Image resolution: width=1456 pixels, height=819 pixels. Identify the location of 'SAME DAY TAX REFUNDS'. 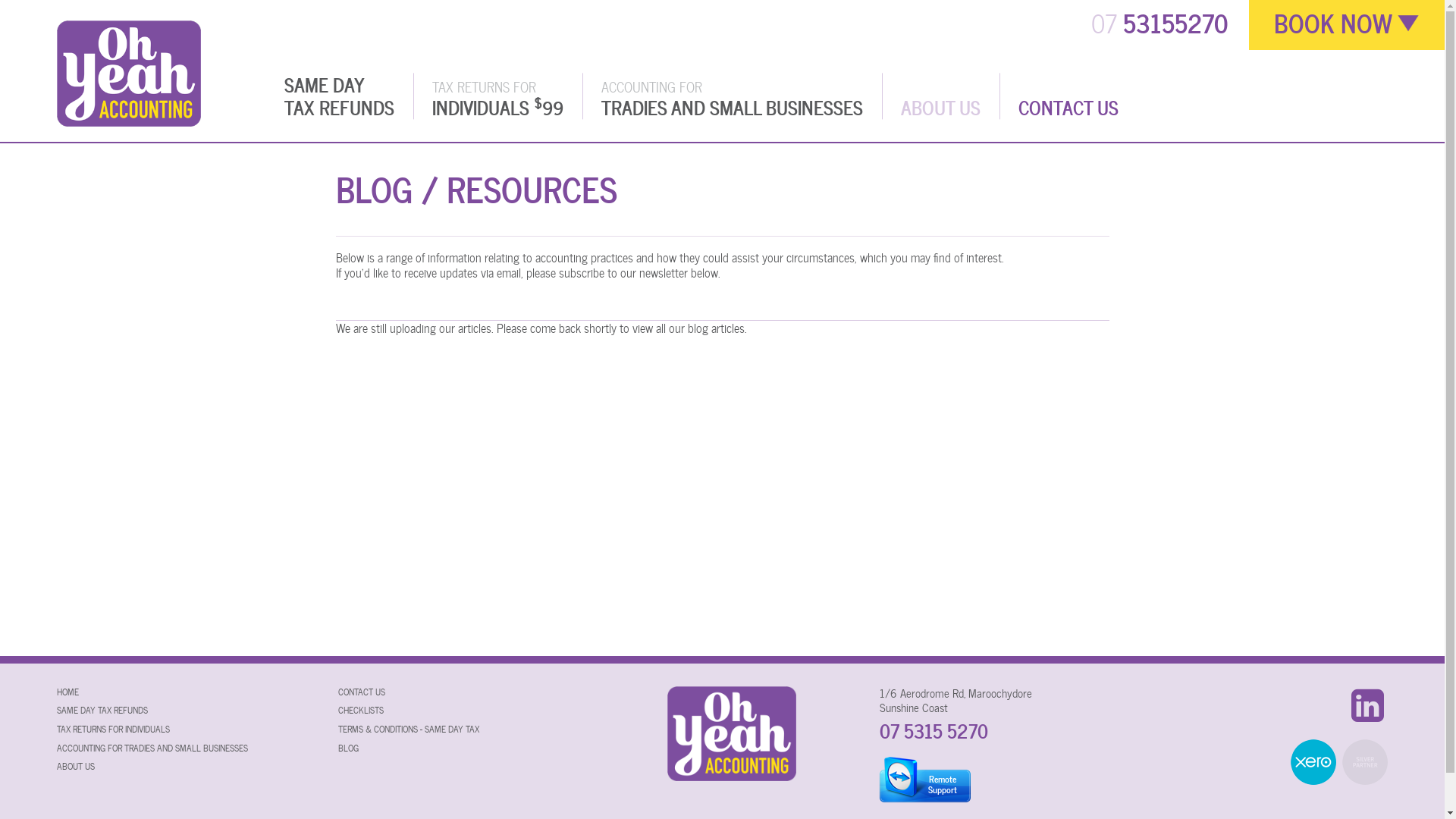
(101, 710).